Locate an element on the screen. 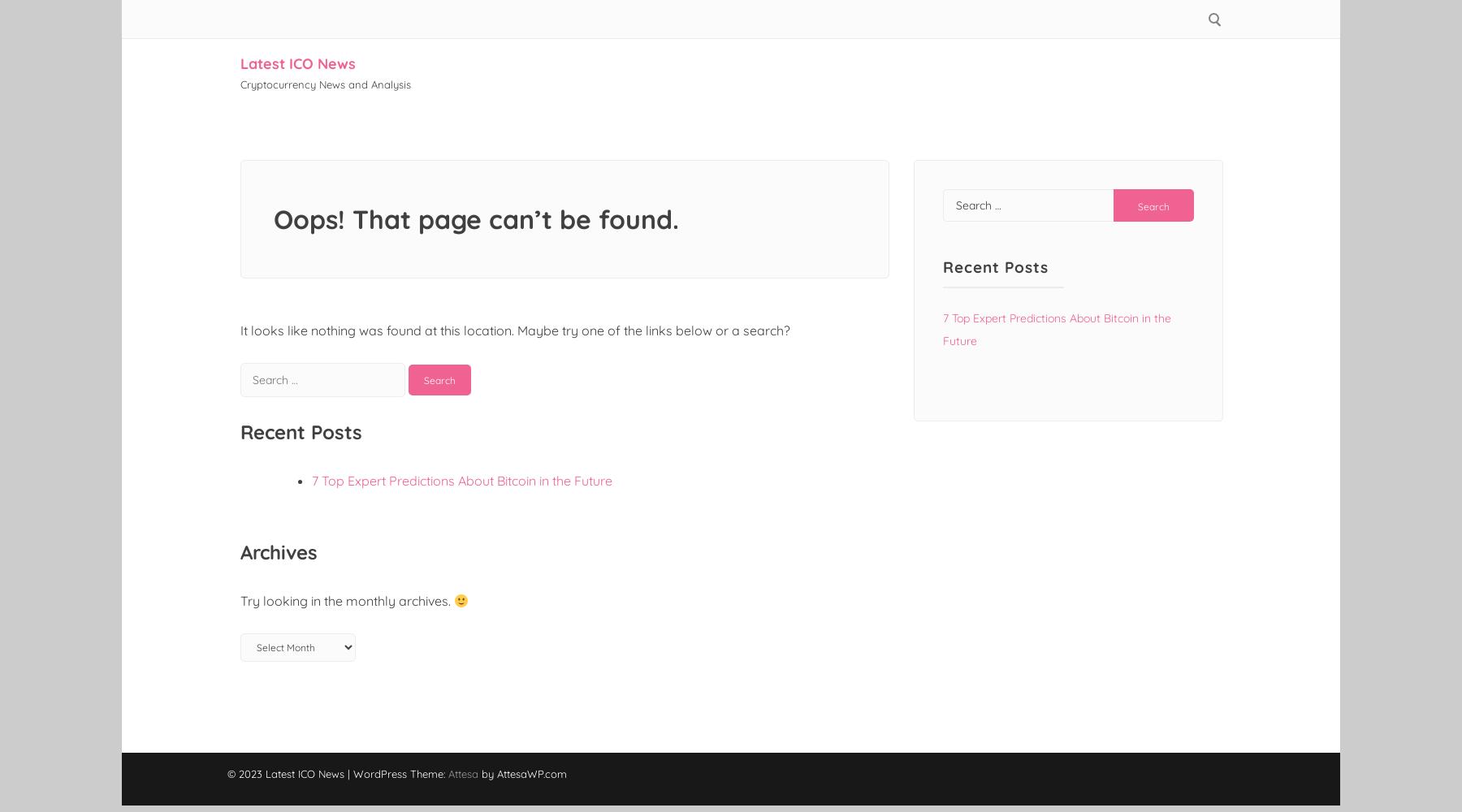 The width and height of the screenshot is (1462, 812). '|' is located at coordinates (350, 773).